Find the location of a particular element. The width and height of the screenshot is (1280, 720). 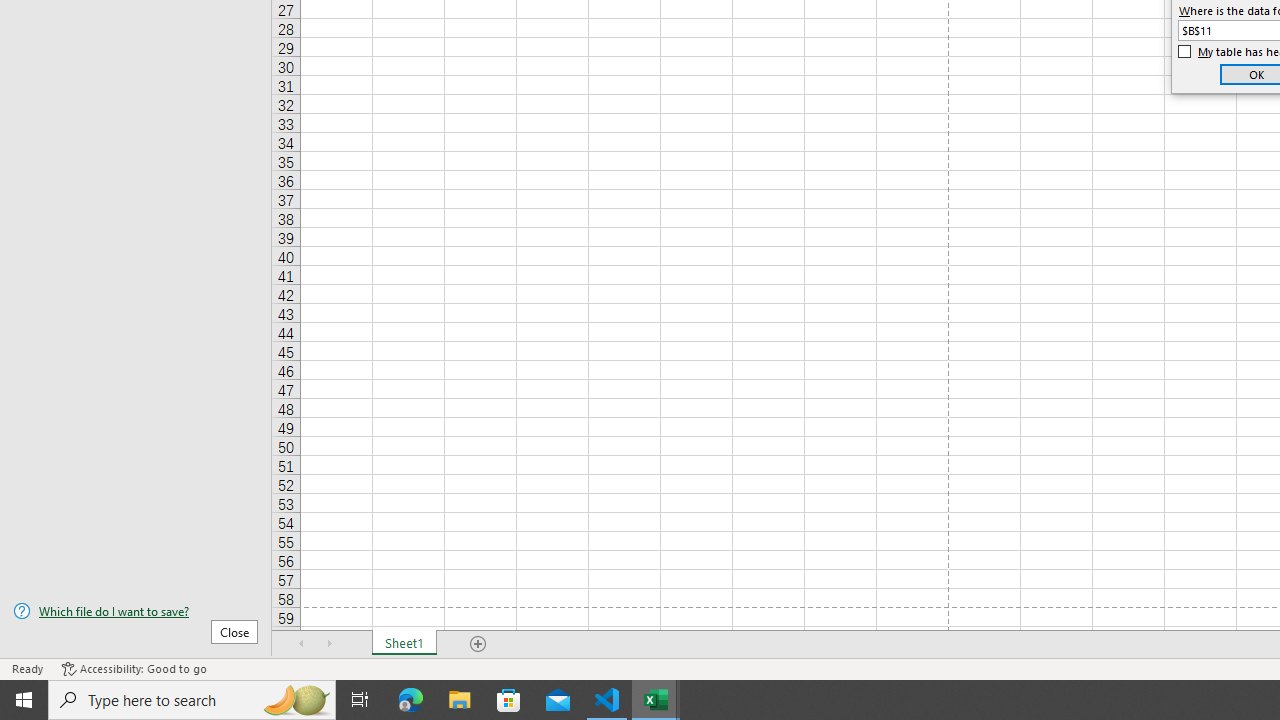

'Close' is located at coordinates (234, 631).